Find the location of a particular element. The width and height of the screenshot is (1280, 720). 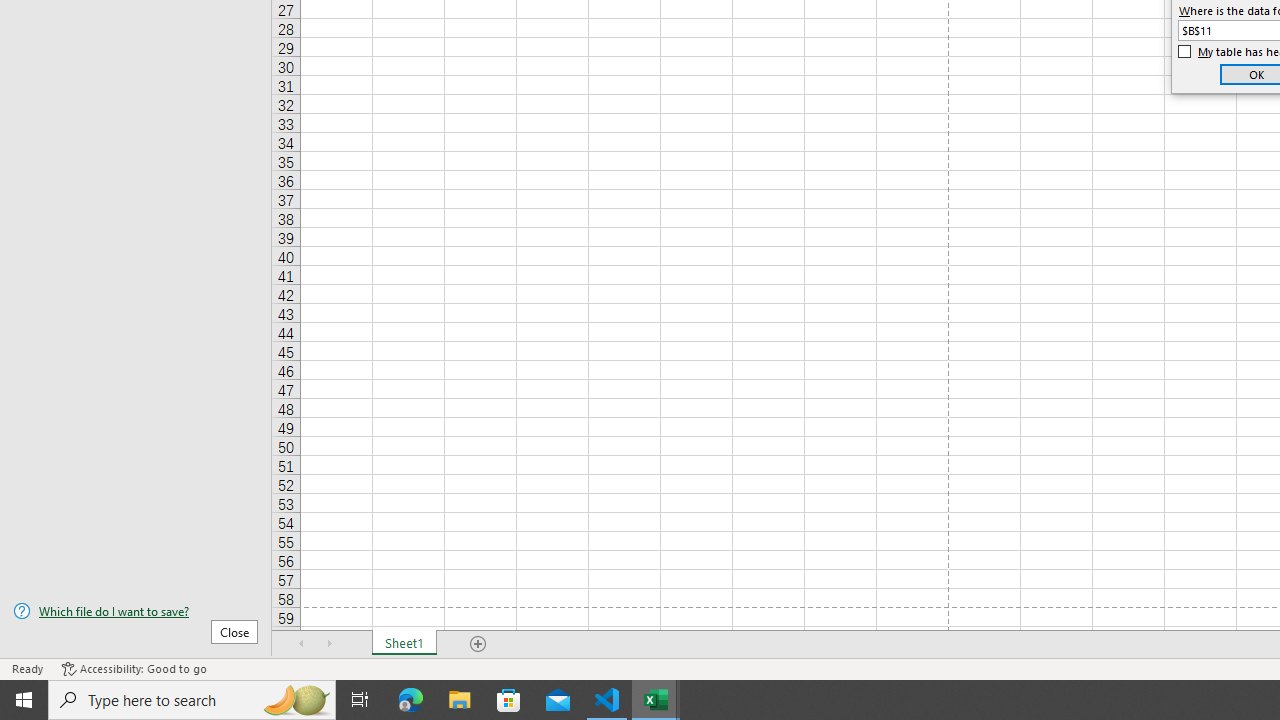

'Close' is located at coordinates (234, 631).